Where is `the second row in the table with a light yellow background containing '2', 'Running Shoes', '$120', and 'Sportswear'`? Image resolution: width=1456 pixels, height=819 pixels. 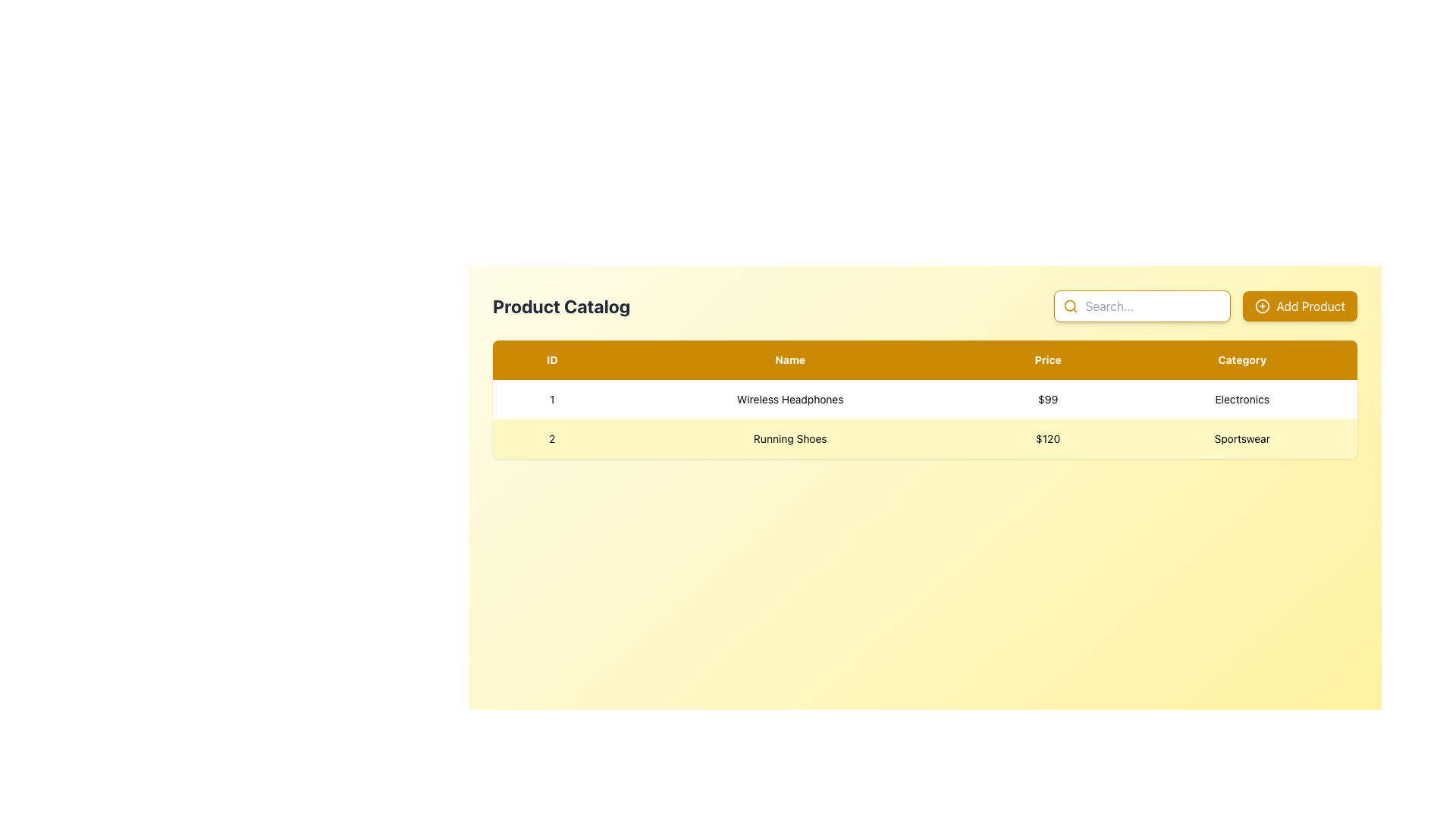
the second row in the table with a light yellow background containing '2', 'Running Shoes', '$120', and 'Sportswear' is located at coordinates (924, 438).